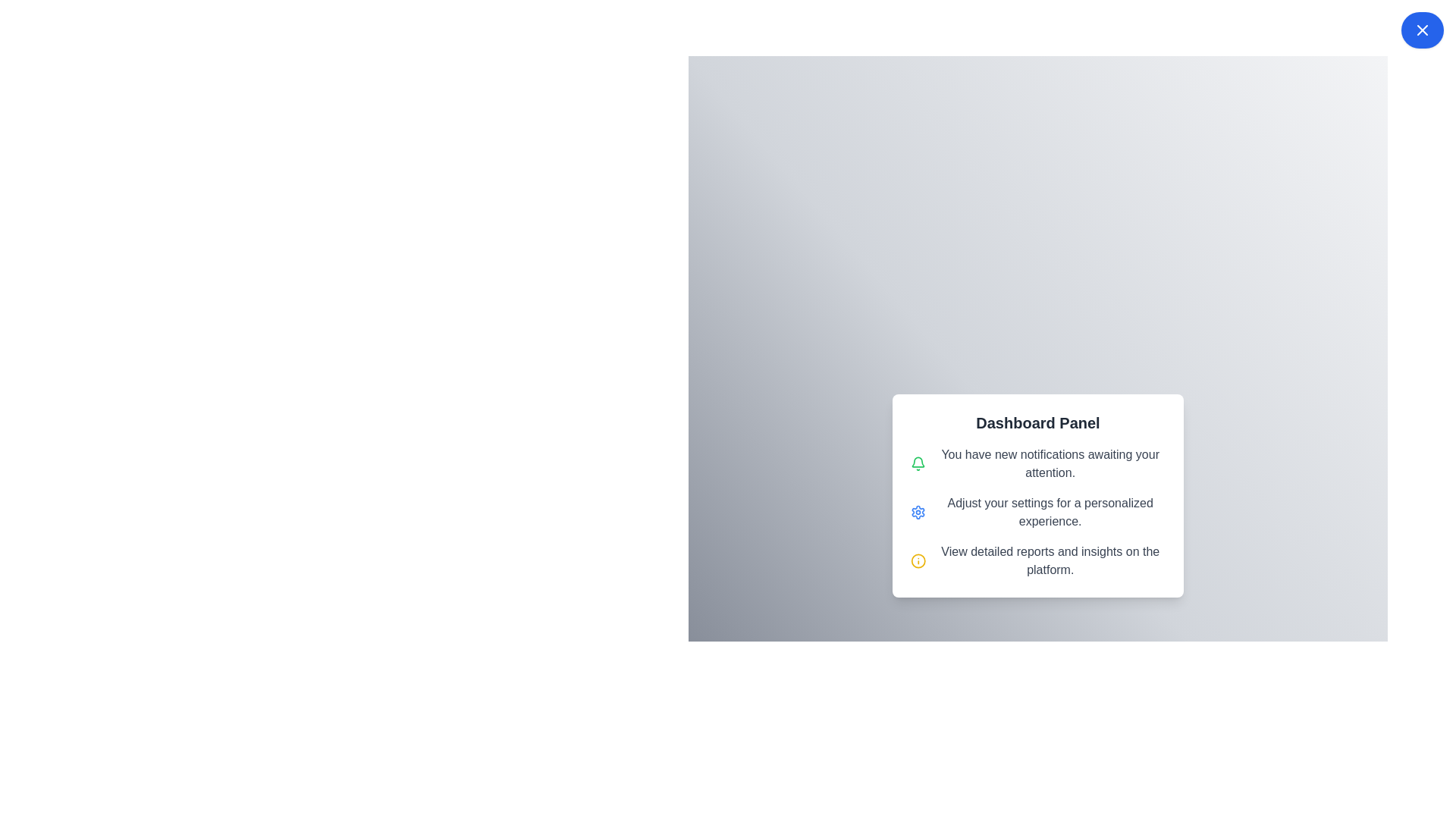 This screenshot has width=1456, height=819. What do you see at coordinates (1050, 512) in the screenshot?
I see `the static text block that reads 'Adjust your settings for a personalized experience.' This text is styled in medium weight, gray color, and sans-serif font, located in a pop-up card beneath notification text and above report description, and aligned with a cogwheel icon` at bounding box center [1050, 512].